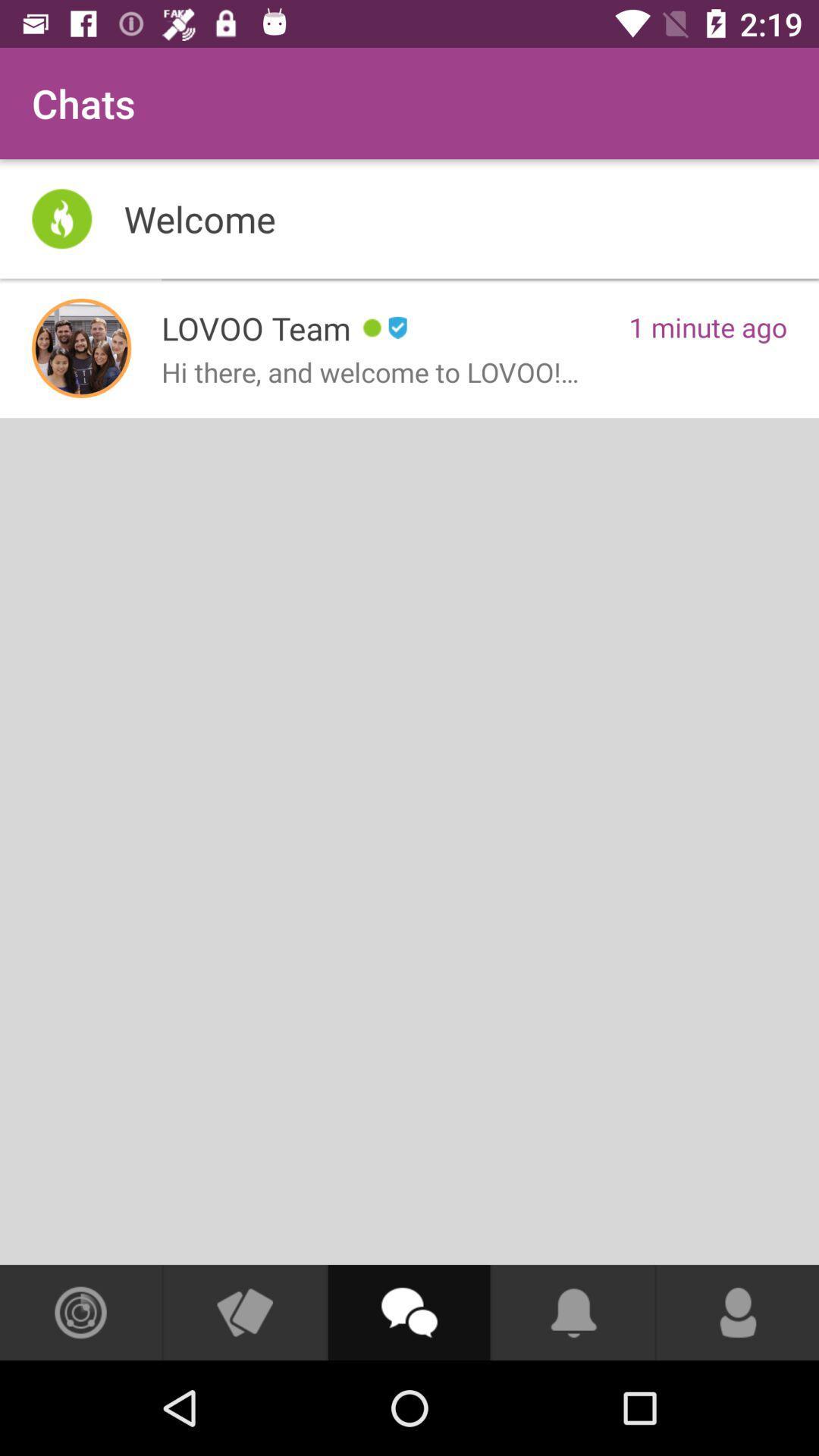 Image resolution: width=819 pixels, height=1456 pixels. What do you see at coordinates (408, 1312) in the screenshot?
I see `send a text message` at bounding box center [408, 1312].